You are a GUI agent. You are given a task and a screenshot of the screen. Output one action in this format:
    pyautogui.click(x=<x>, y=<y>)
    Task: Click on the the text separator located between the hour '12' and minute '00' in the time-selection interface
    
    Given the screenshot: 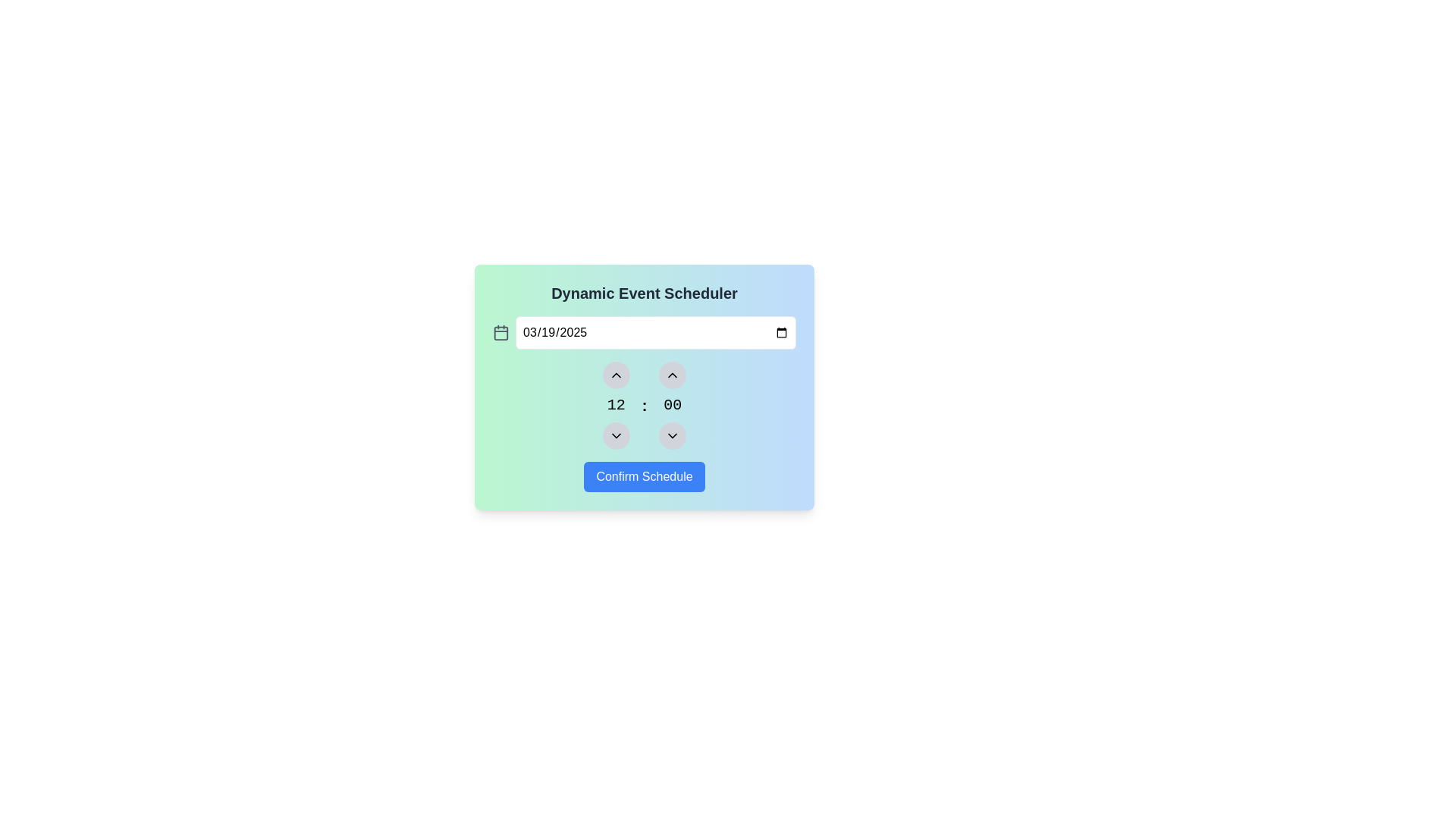 What is the action you would take?
    pyautogui.click(x=644, y=405)
    